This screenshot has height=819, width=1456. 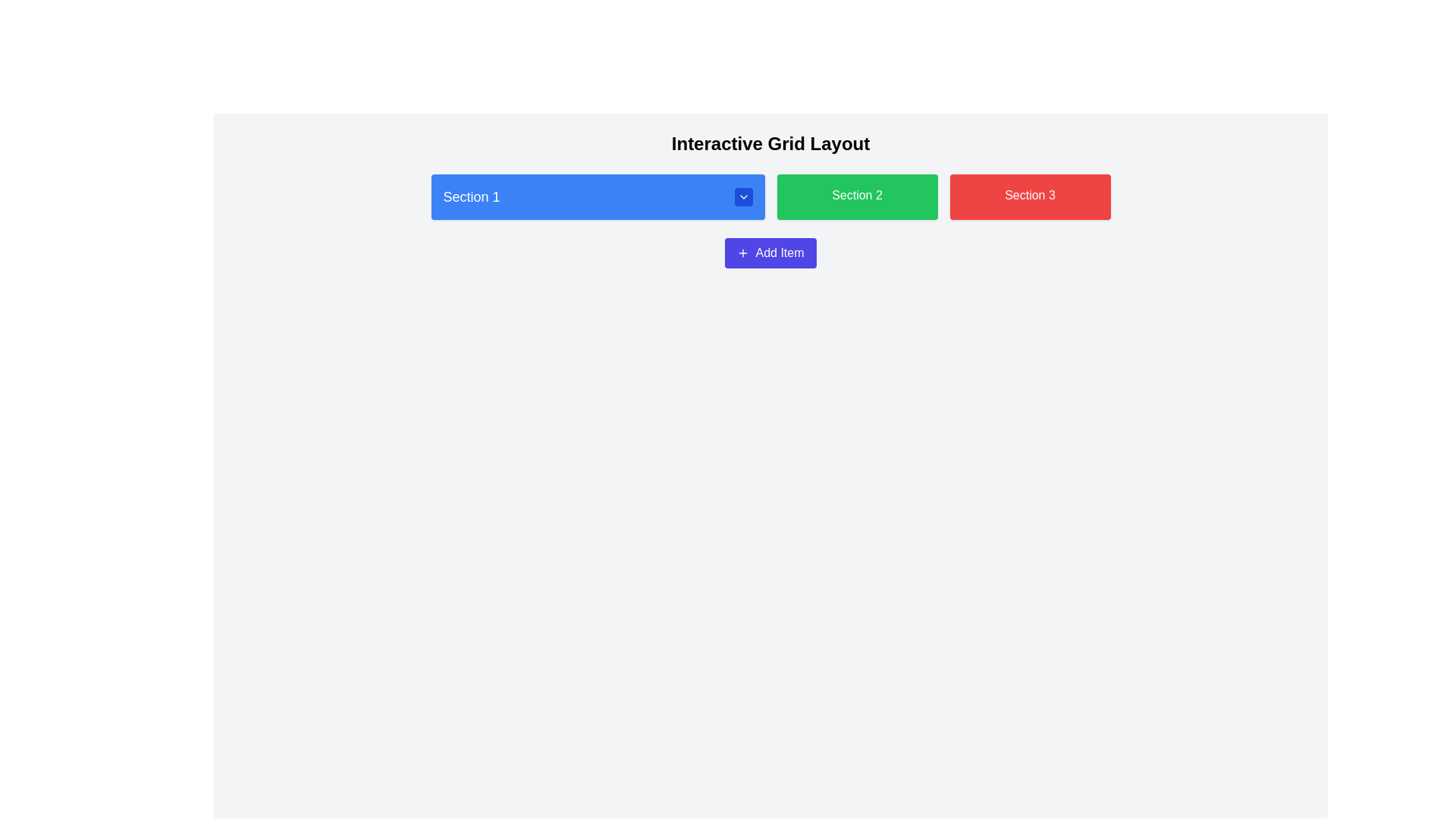 What do you see at coordinates (597, 196) in the screenshot?
I see `the blue rectangular Dropdown Menu Trigger labeled 'Section 1'` at bounding box center [597, 196].